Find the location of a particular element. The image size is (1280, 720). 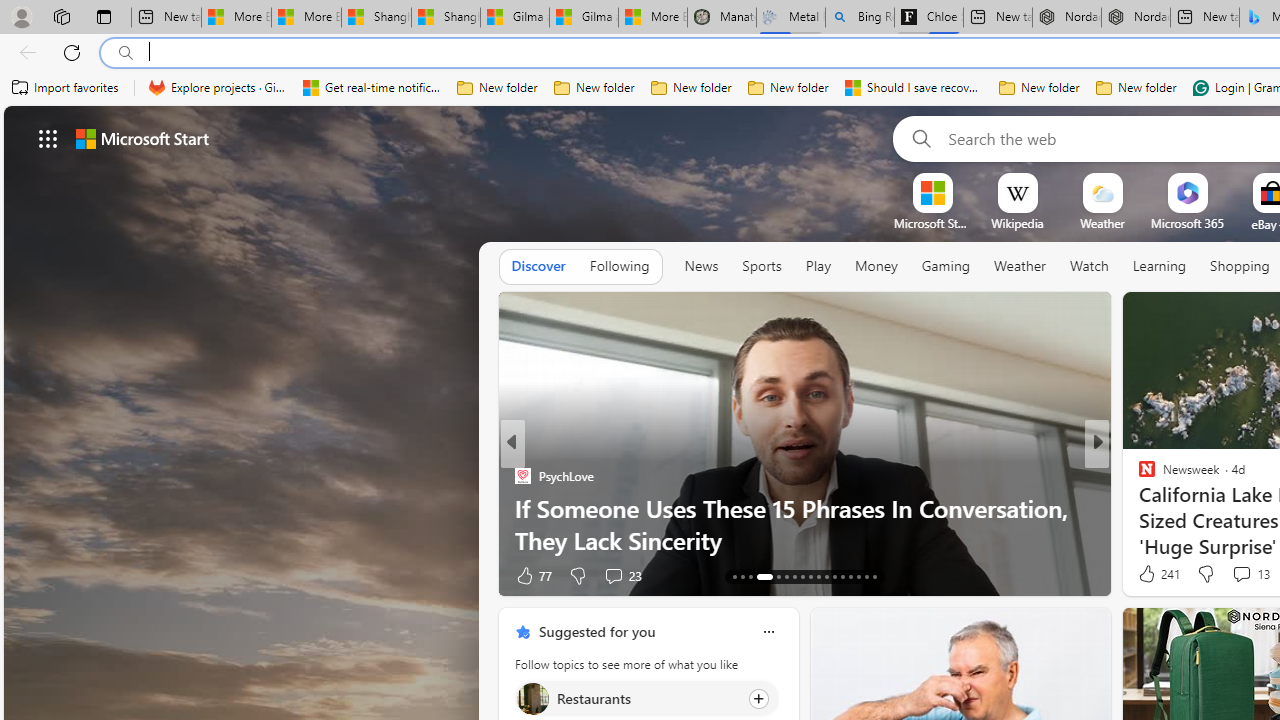

'ETNT Mind+Body' is located at coordinates (1138, 475).